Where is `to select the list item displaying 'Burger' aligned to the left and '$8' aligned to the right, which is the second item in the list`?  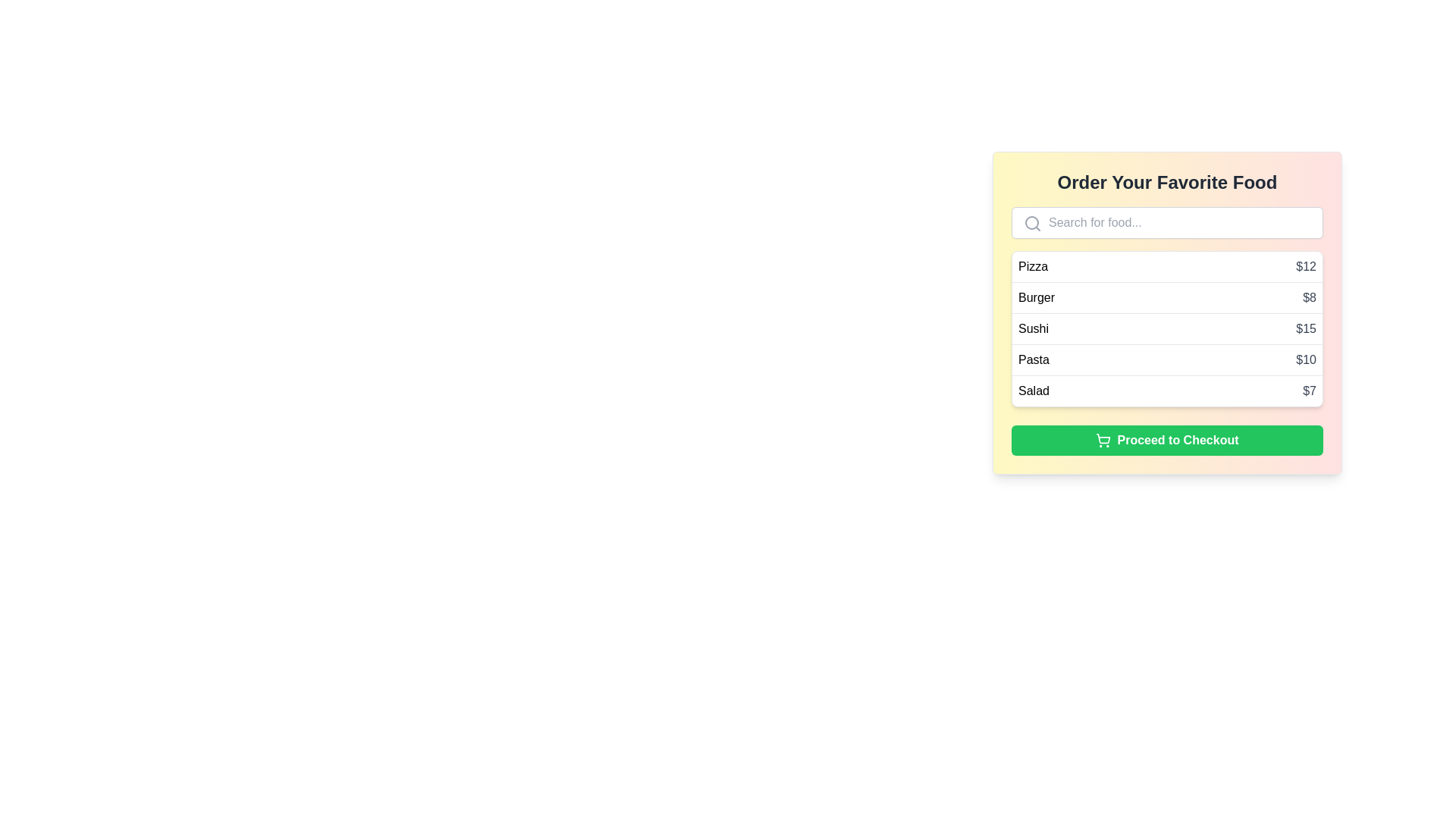
to select the list item displaying 'Burger' aligned to the left and '$8' aligned to the right, which is the second item in the list is located at coordinates (1166, 297).